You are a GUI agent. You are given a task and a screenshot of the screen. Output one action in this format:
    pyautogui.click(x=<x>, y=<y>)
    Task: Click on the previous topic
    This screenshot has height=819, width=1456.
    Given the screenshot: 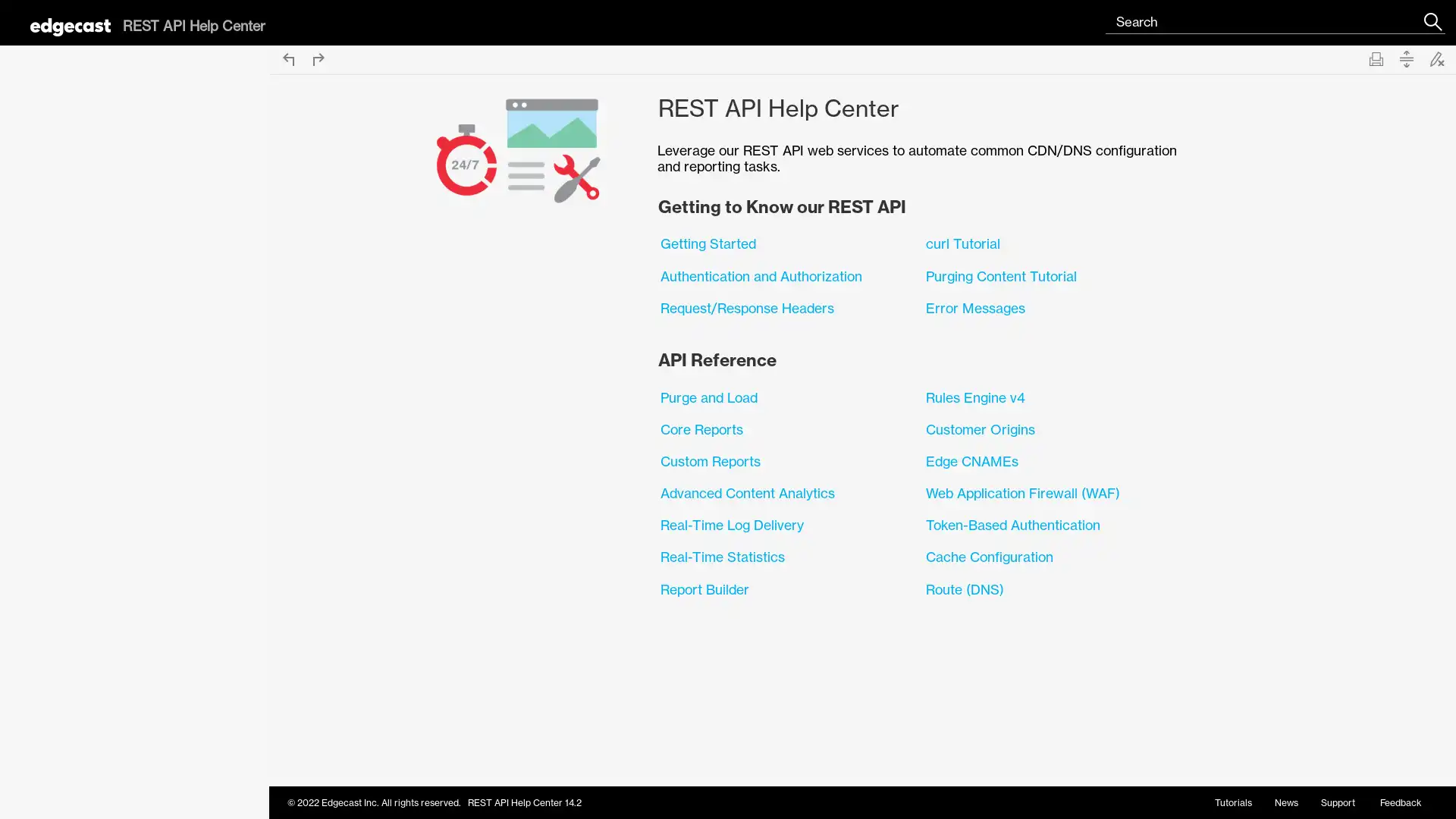 What is the action you would take?
    pyautogui.click(x=287, y=58)
    